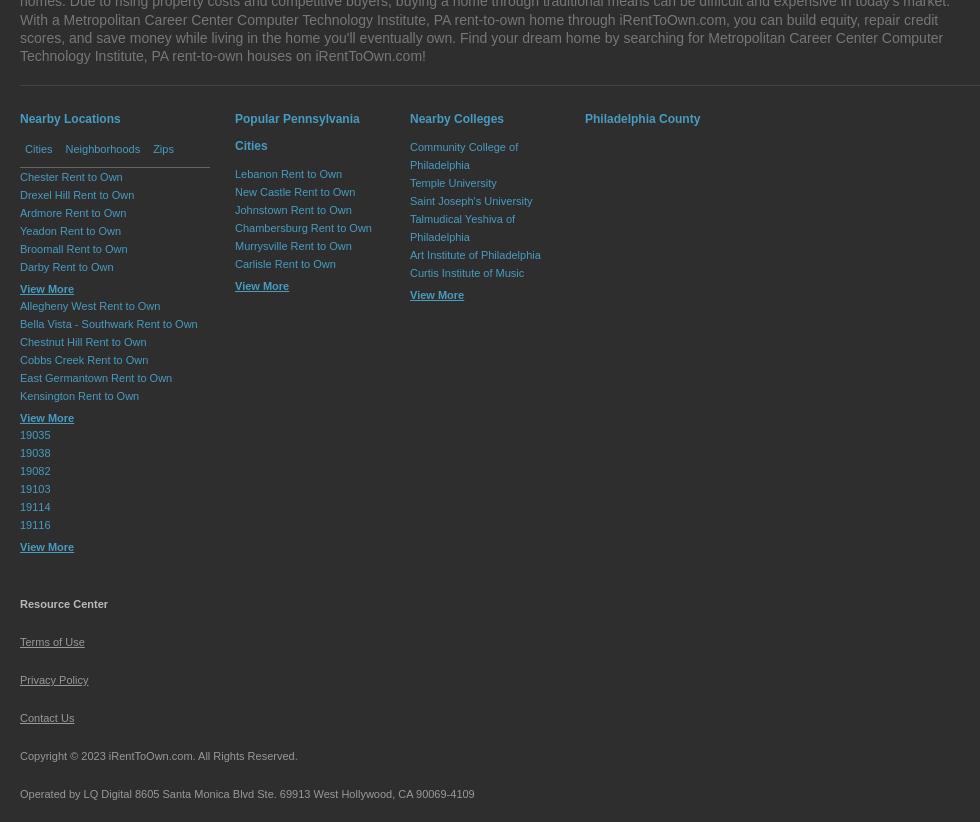 This screenshot has width=980, height=822. I want to click on 'New Castle
Rent to Own', so click(235, 191).